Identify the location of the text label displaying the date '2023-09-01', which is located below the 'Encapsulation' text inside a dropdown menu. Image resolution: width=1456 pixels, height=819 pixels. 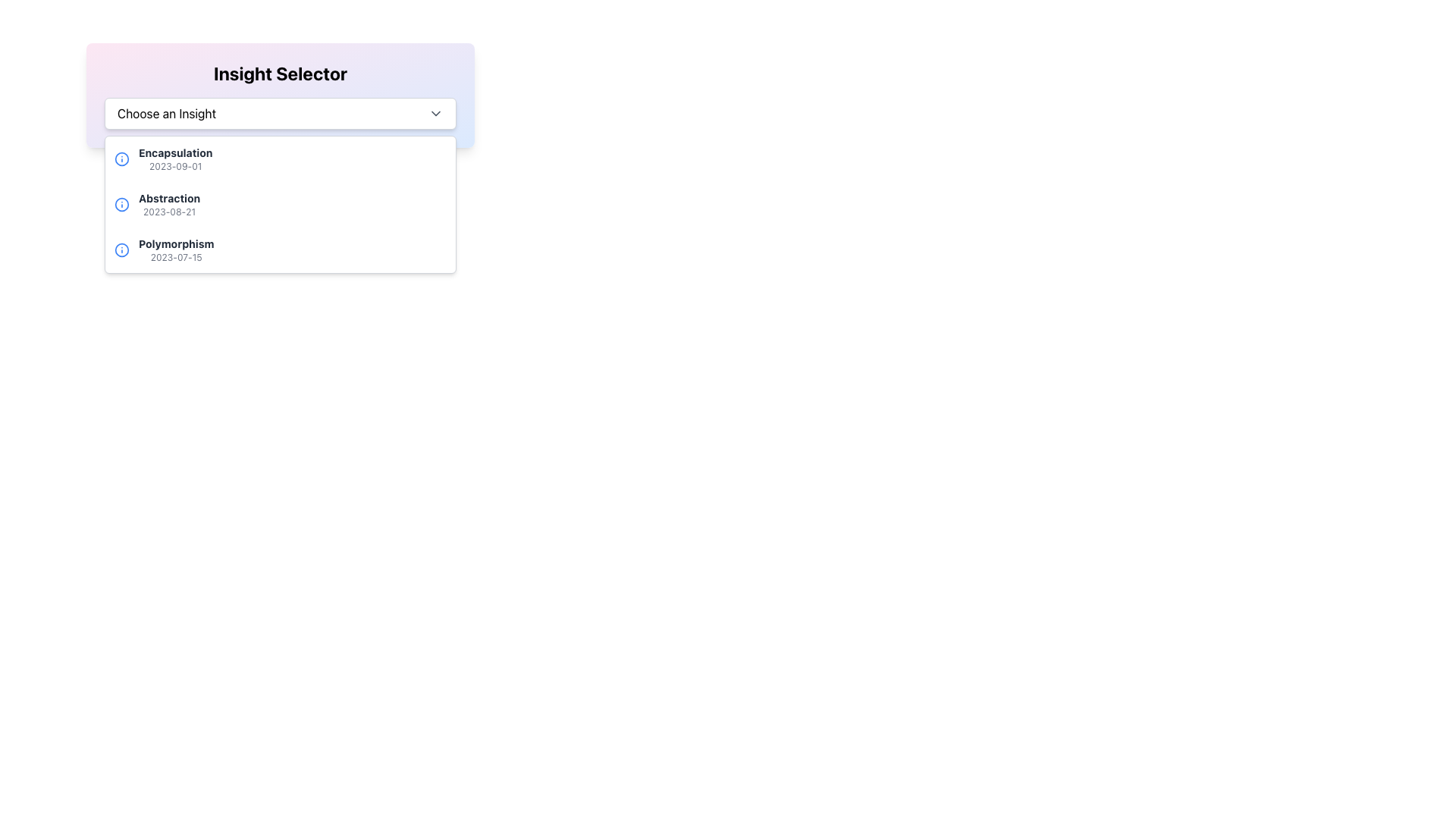
(175, 166).